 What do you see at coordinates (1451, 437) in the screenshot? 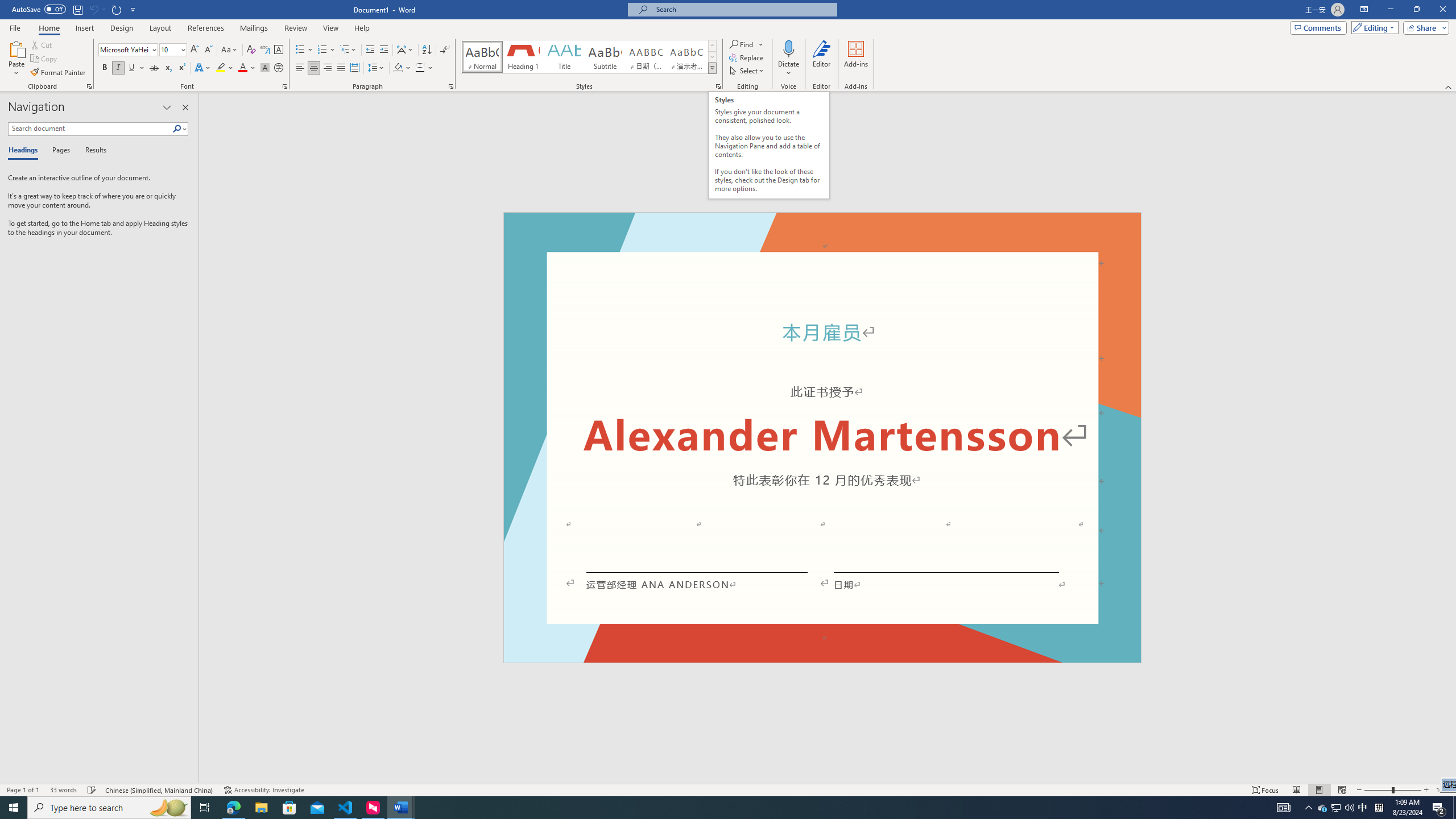
I see `'Class: NetUIScrollBar'` at bounding box center [1451, 437].